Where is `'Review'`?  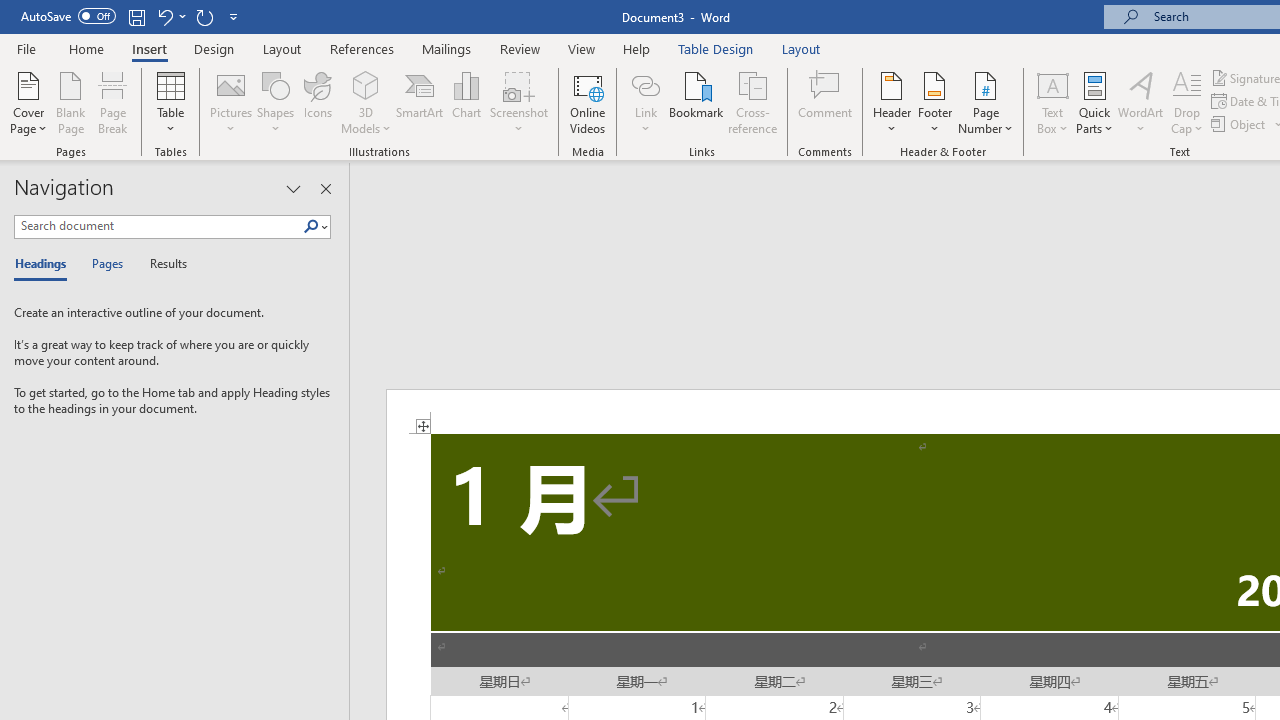 'Review' is located at coordinates (520, 48).